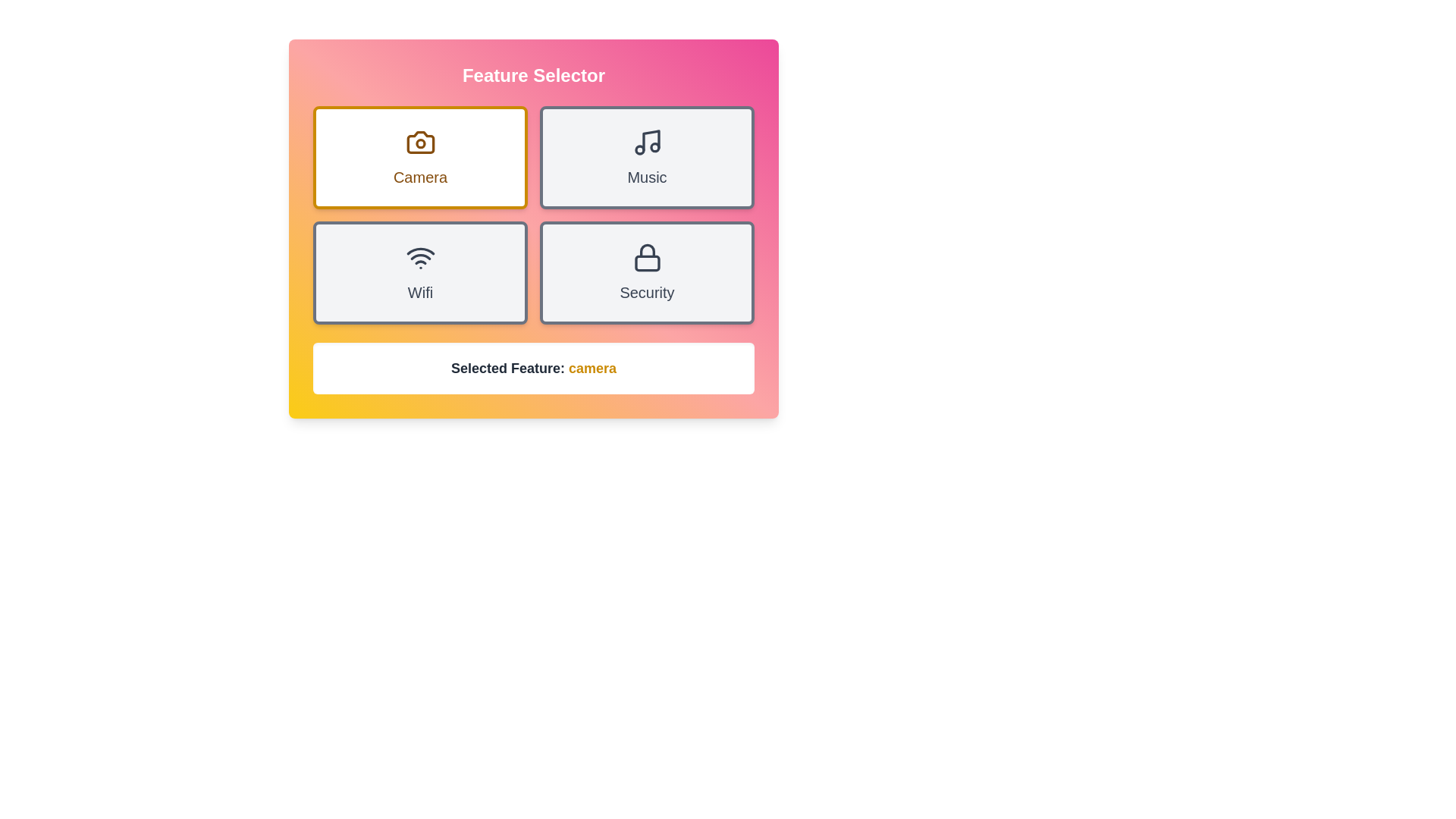  What do you see at coordinates (420, 143) in the screenshot?
I see `the camera lens graphical UI component, which is located at the center of the camera icon in the top-left section of the feature selector grid` at bounding box center [420, 143].